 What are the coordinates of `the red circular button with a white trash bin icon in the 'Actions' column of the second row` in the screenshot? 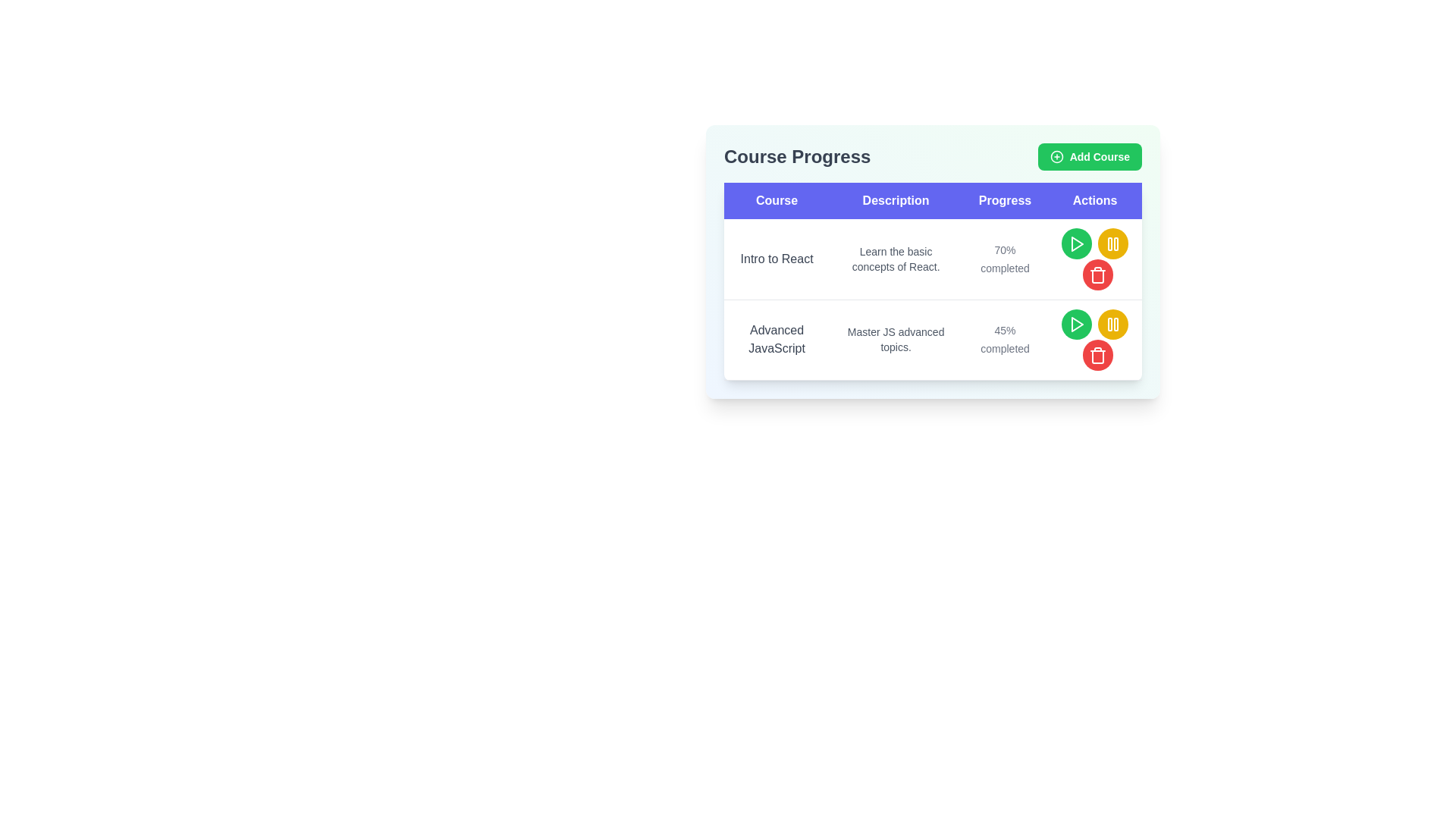 It's located at (1098, 356).